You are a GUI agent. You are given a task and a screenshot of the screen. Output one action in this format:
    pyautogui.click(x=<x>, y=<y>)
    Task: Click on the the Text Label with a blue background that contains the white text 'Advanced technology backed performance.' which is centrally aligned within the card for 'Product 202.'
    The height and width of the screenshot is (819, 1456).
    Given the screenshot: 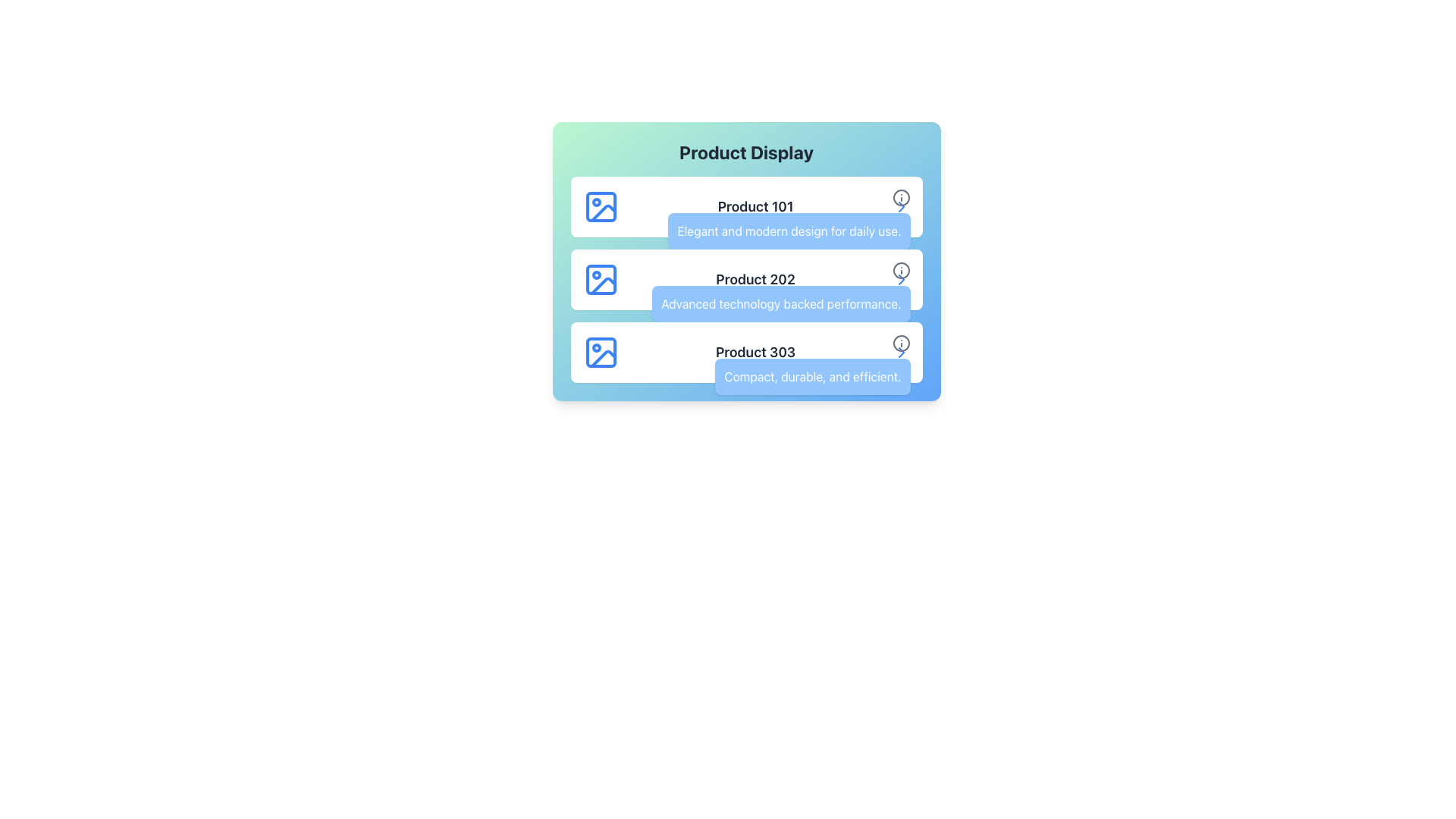 What is the action you would take?
    pyautogui.click(x=781, y=304)
    